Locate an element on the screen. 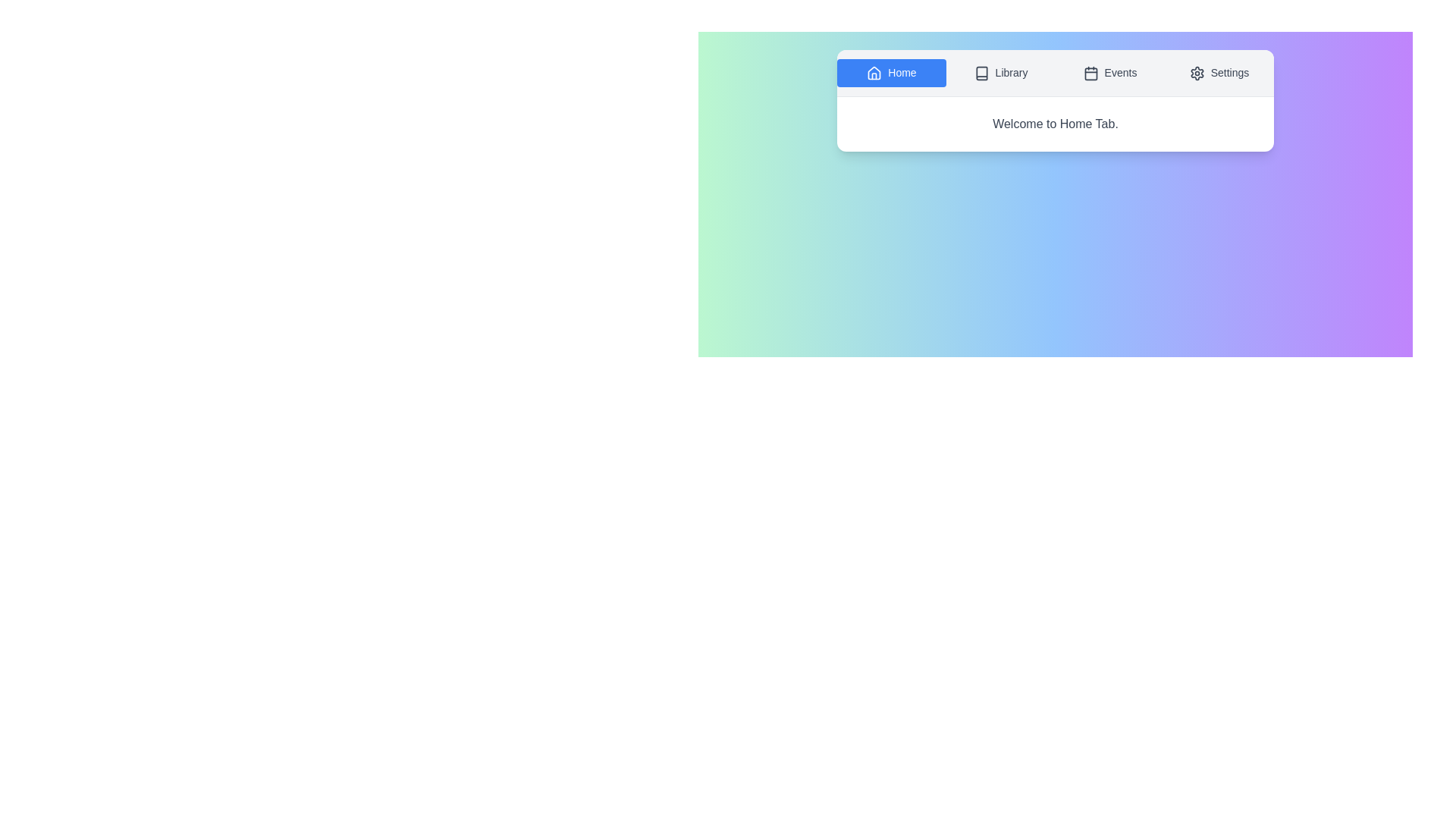 This screenshot has width=1456, height=819. the 'Settings' icon located in the top-right corner of the navigation bar is located at coordinates (1196, 74).